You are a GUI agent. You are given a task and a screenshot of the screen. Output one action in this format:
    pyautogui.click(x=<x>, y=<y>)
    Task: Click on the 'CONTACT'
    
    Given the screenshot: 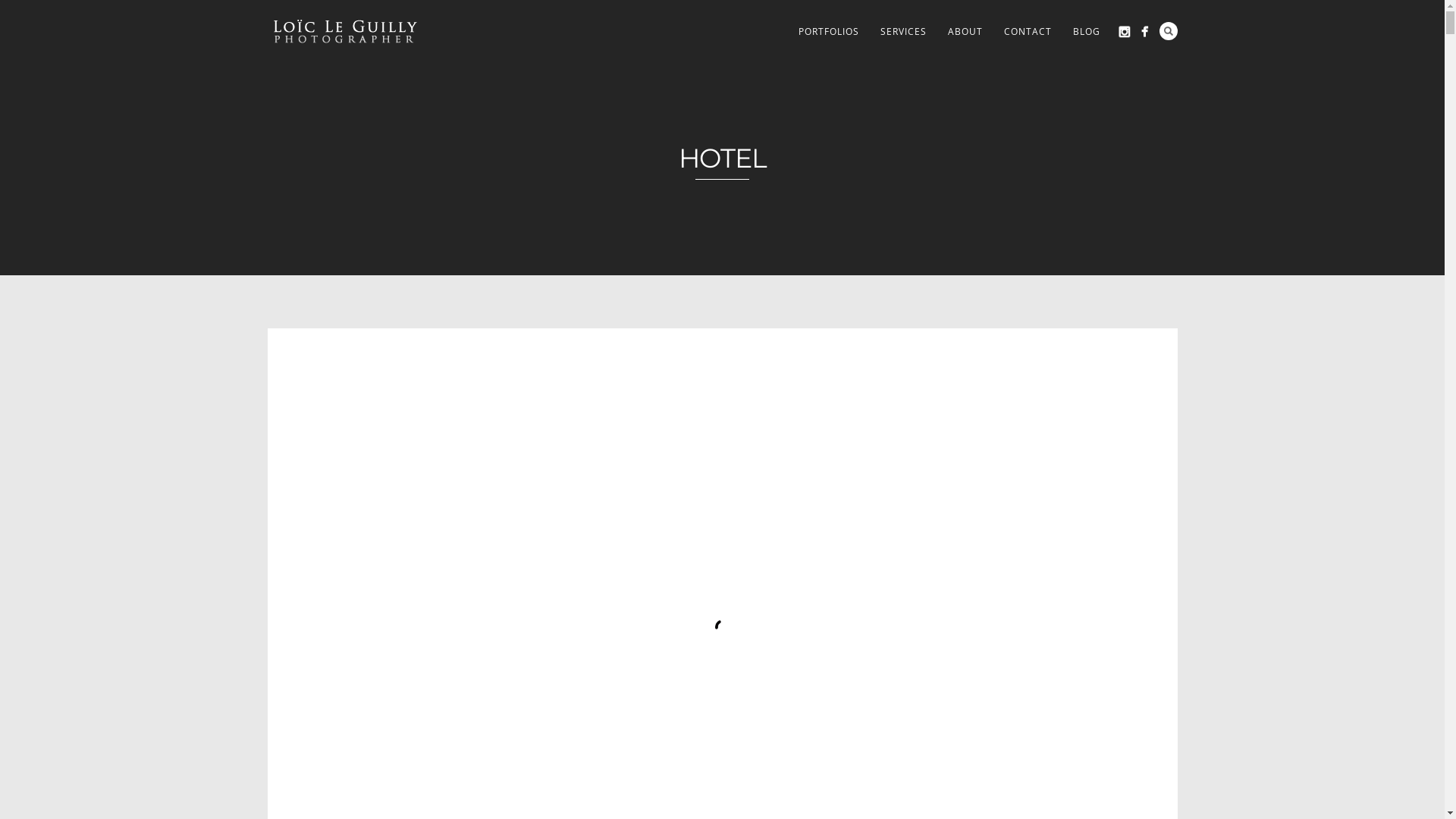 What is the action you would take?
    pyautogui.click(x=1028, y=32)
    